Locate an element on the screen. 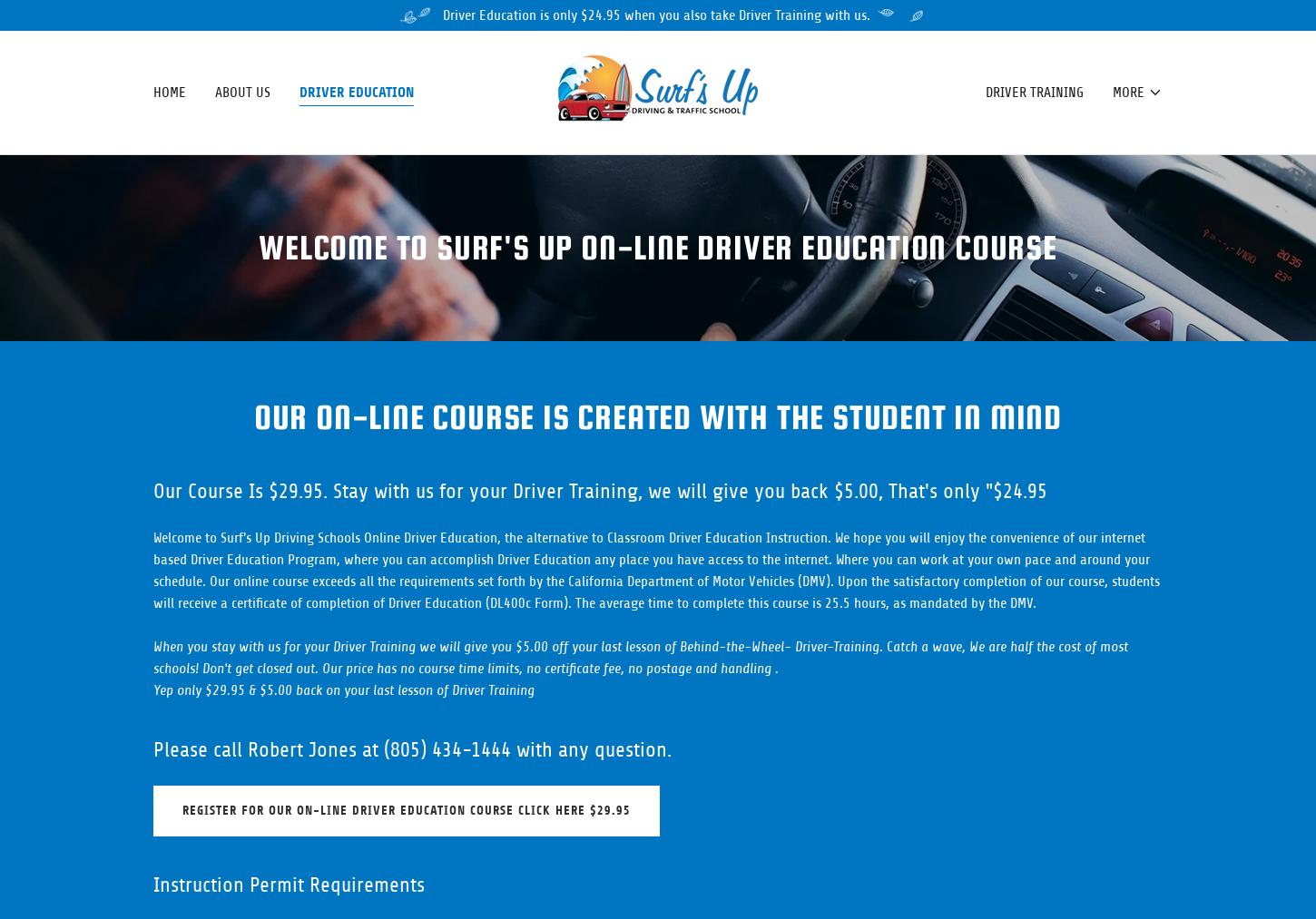  'Driver Education is only $24.95 when you also take Driver Training with us.' is located at coordinates (654, 15).